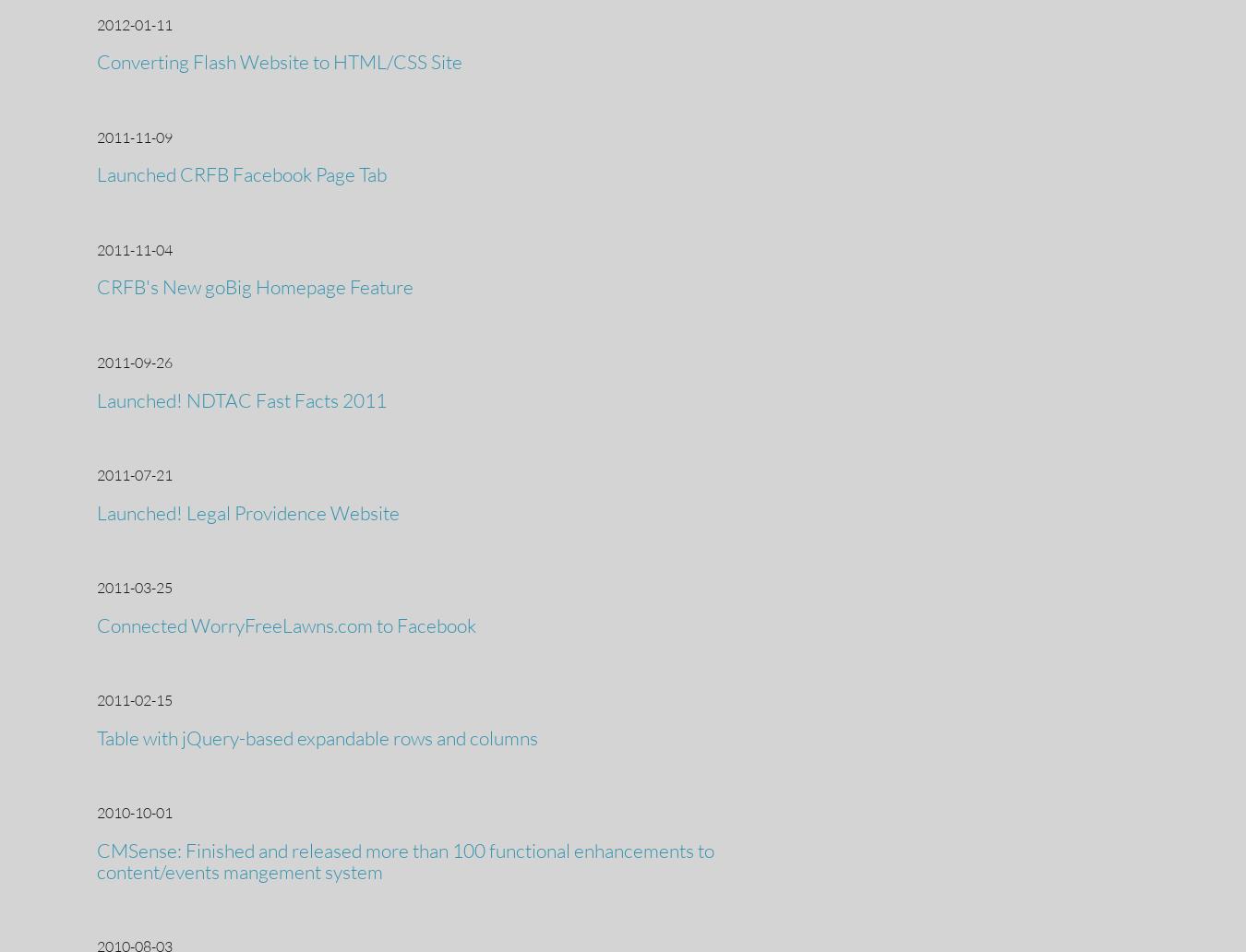 Image resolution: width=1246 pixels, height=952 pixels. What do you see at coordinates (405, 859) in the screenshot?
I see `'CMSense: Finished and released more than 100 functional enhancements to content/events mangement system'` at bounding box center [405, 859].